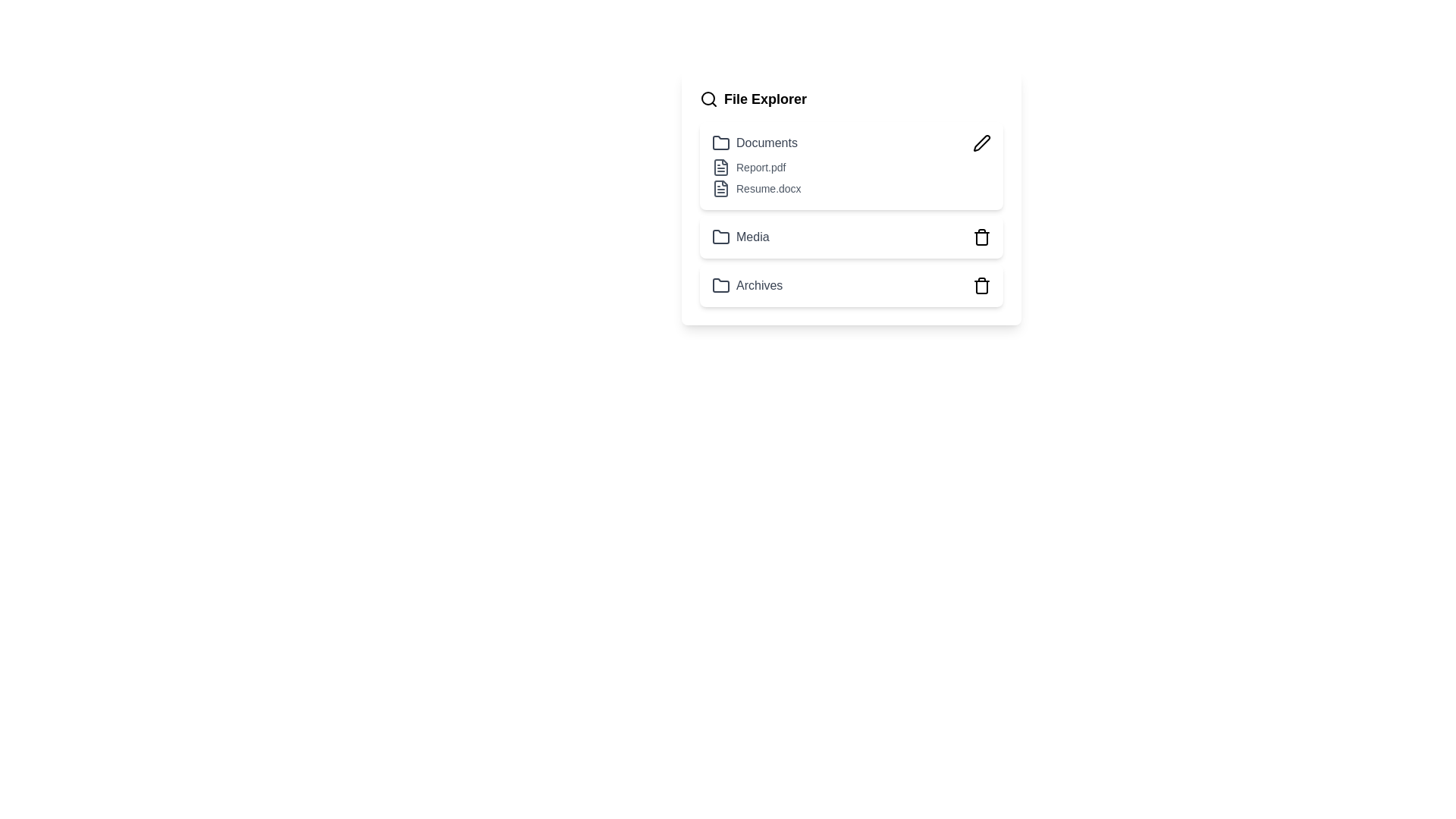  Describe the element at coordinates (740, 237) in the screenshot. I see `the 'Media' folder label with the associated icon` at that location.